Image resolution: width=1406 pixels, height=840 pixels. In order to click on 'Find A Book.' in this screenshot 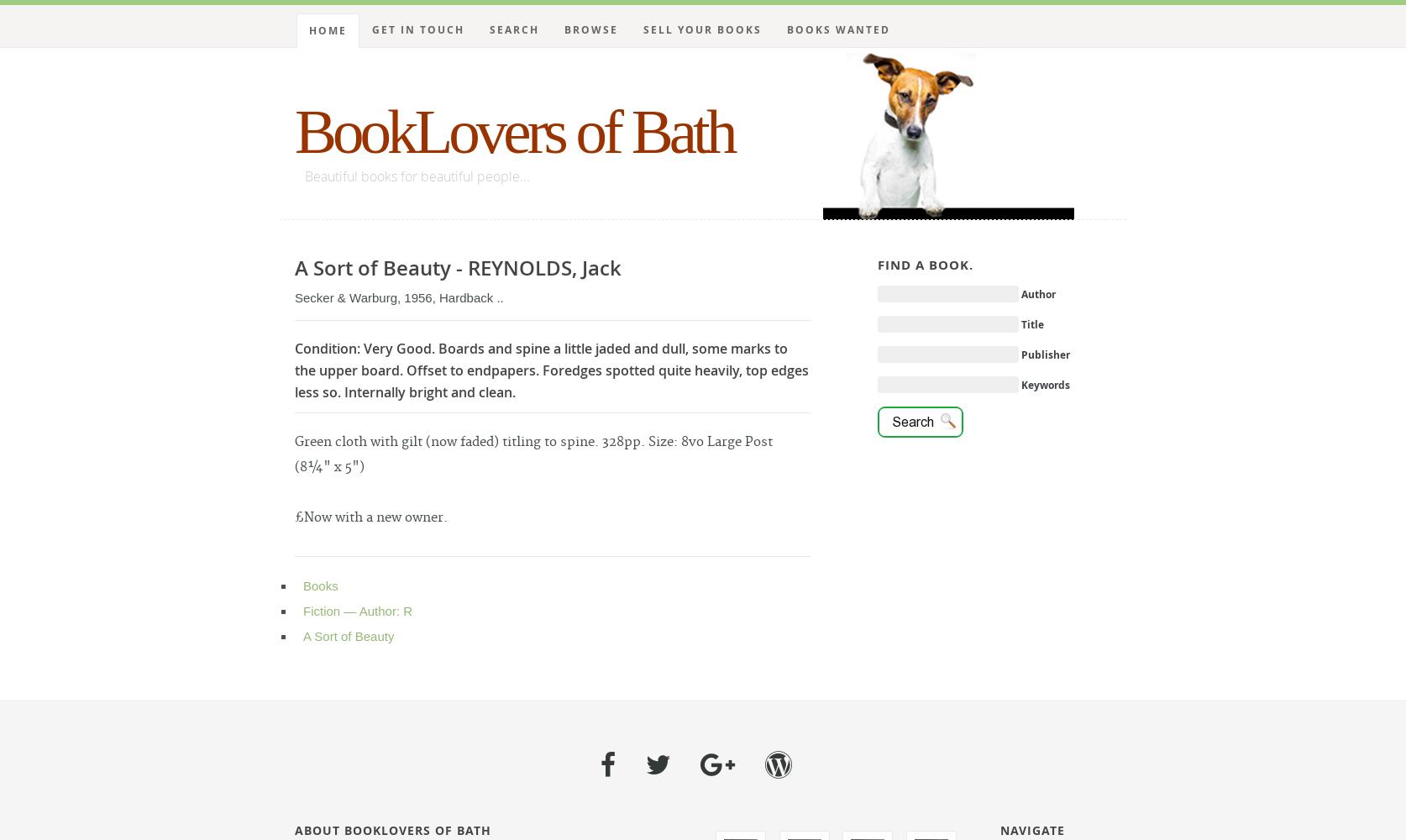, I will do `click(924, 264)`.